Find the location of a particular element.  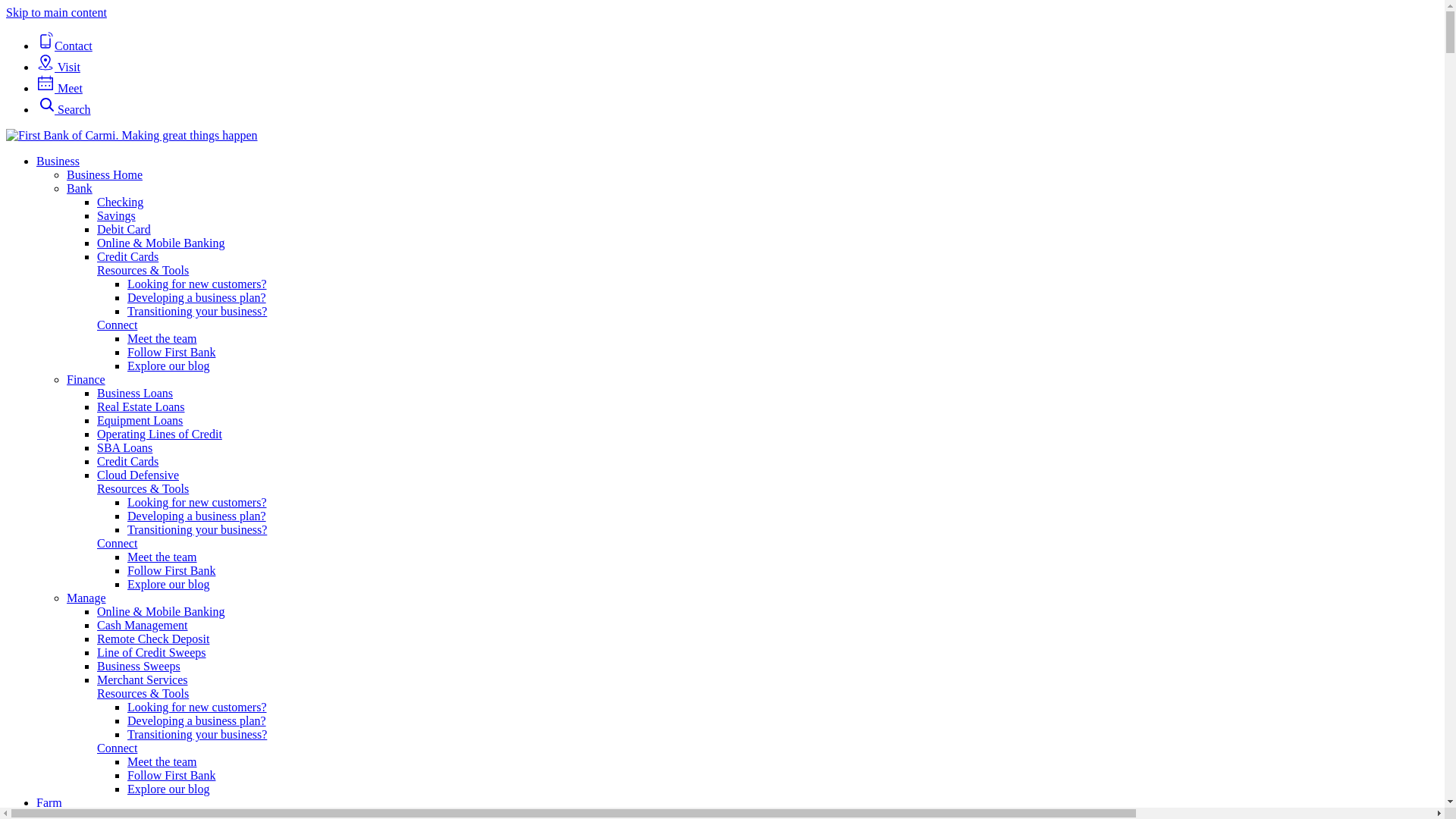

'Online & Mobile Banking' is located at coordinates (160, 610).